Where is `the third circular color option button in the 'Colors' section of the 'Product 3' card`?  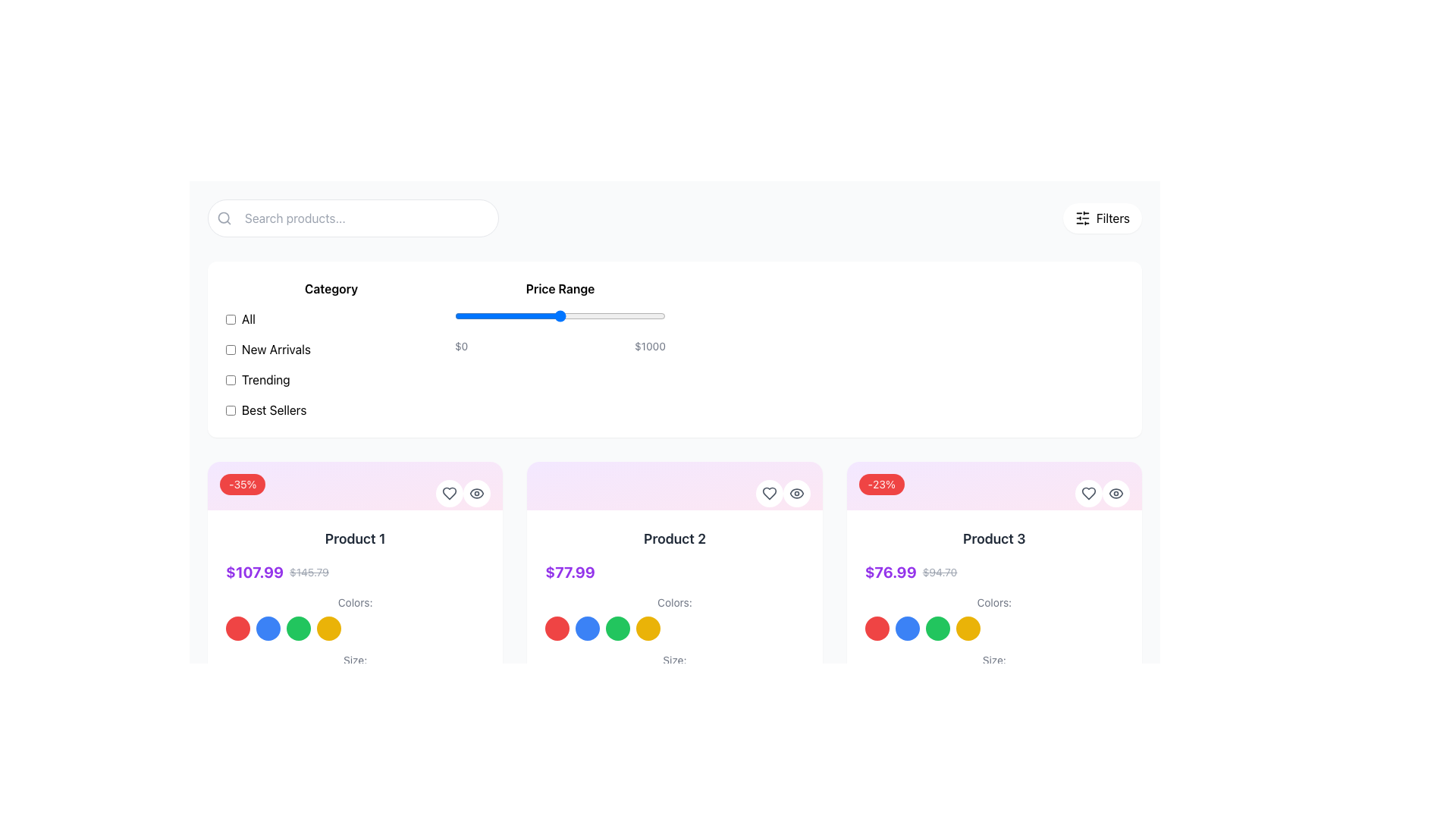 the third circular color option button in the 'Colors' section of the 'Product 3' card is located at coordinates (937, 629).